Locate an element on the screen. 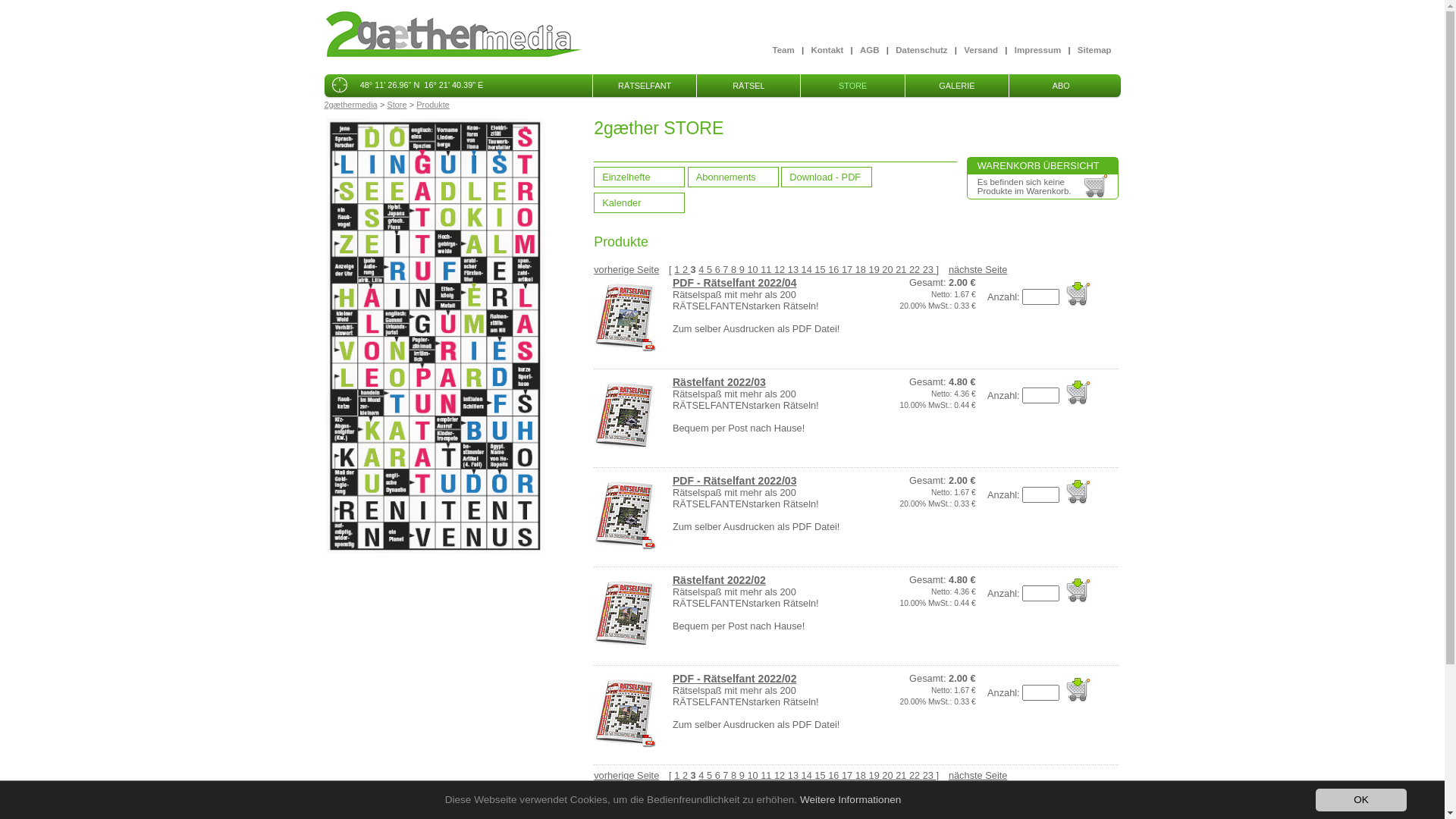 The width and height of the screenshot is (1456, 819). '22' is located at coordinates (915, 268).